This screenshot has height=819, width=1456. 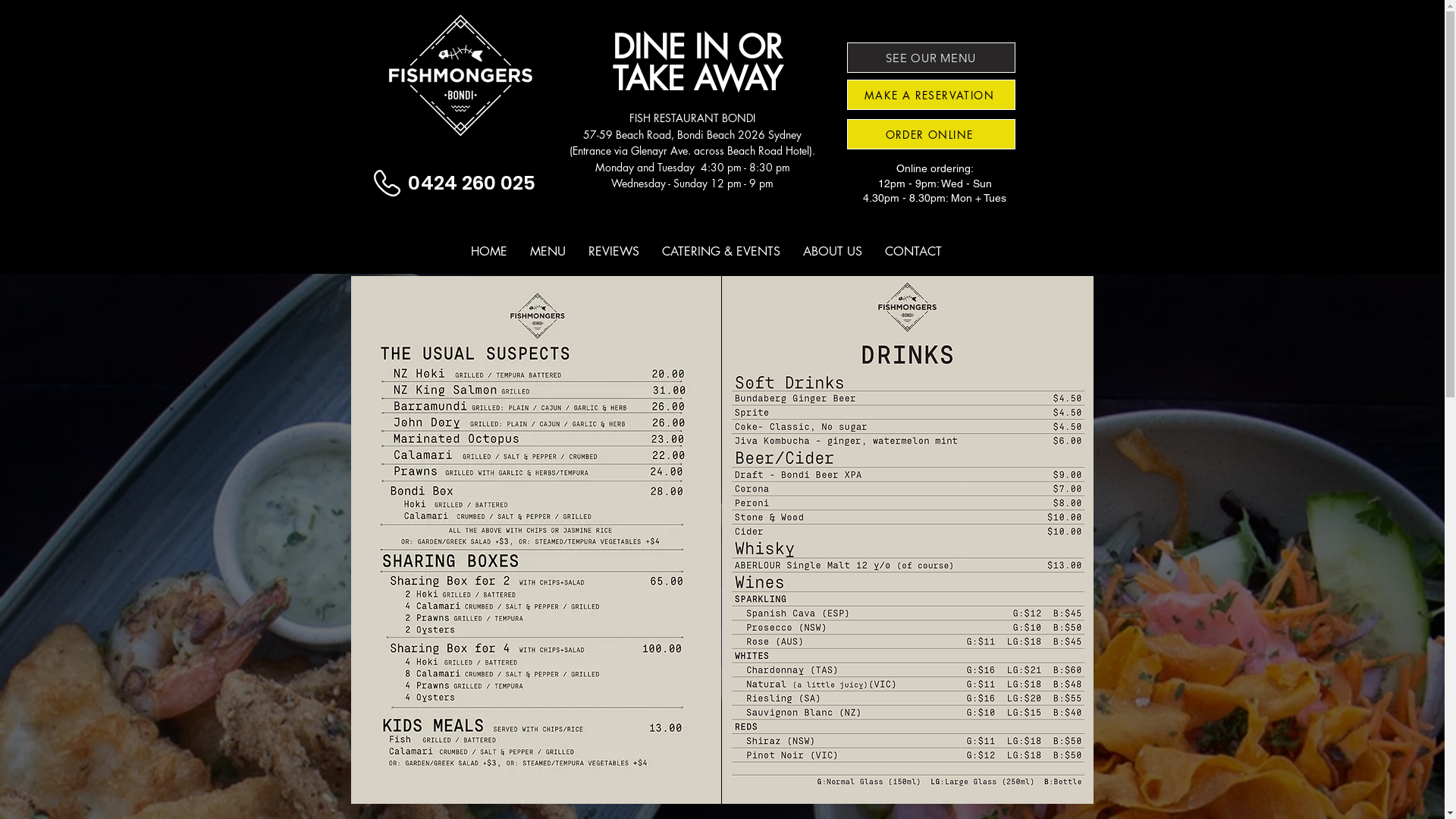 I want to click on 'CATERING & EVENTS', so click(x=720, y=250).